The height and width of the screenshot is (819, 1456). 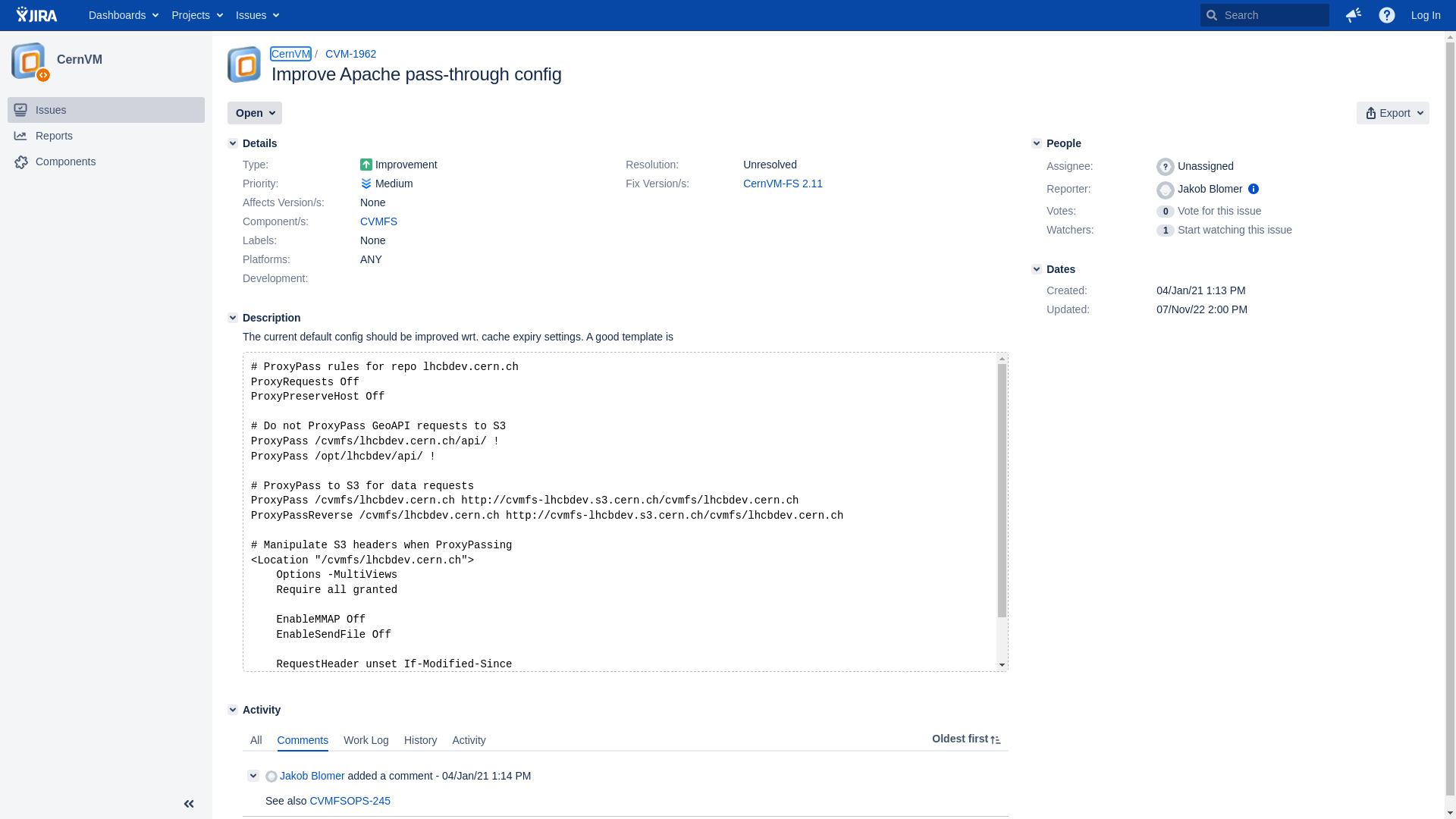 What do you see at coordinates (1425, 14) in the screenshot?
I see `'Log In'` at bounding box center [1425, 14].